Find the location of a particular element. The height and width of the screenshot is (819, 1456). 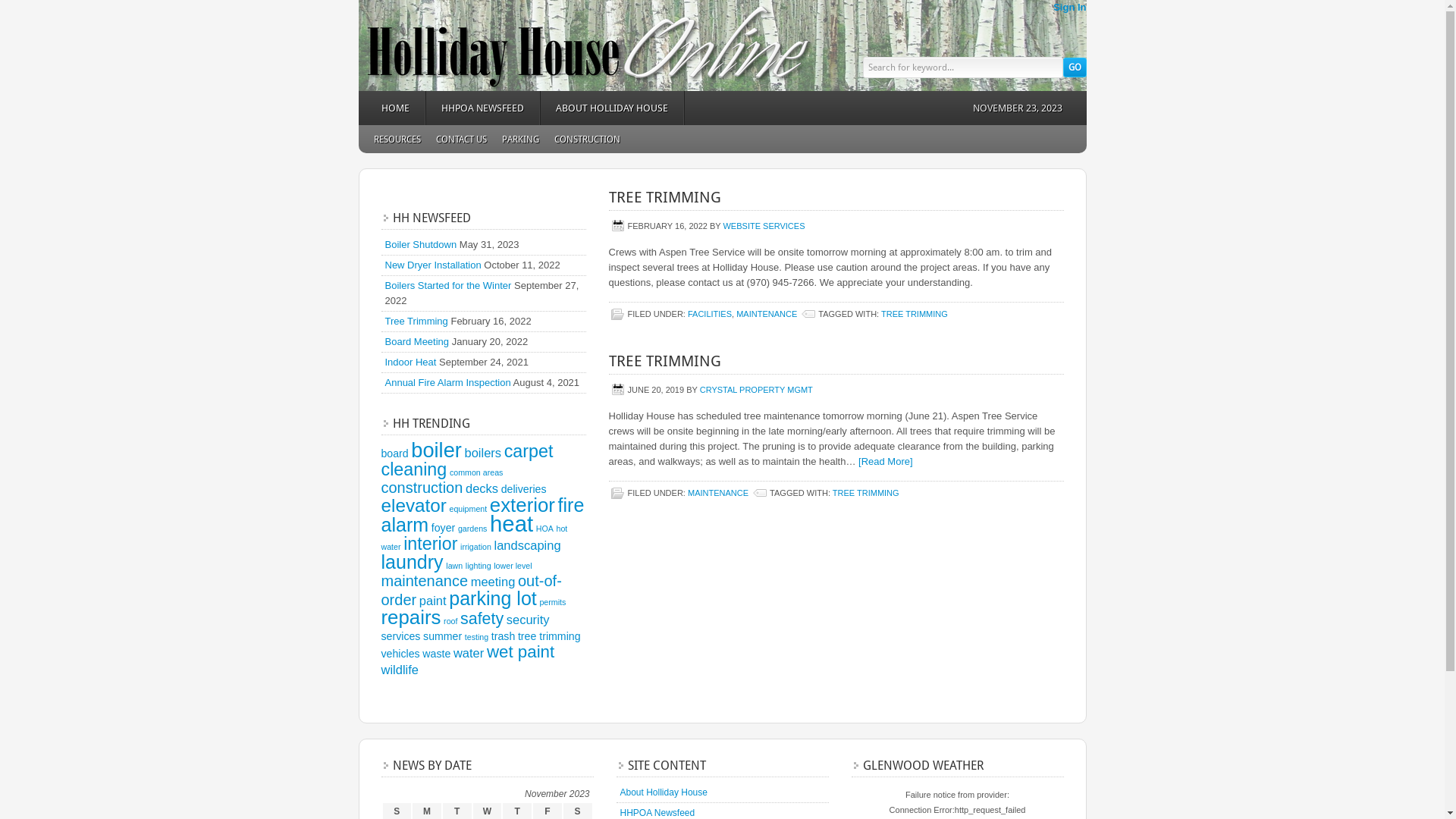

'wildlife' is located at coordinates (400, 669).